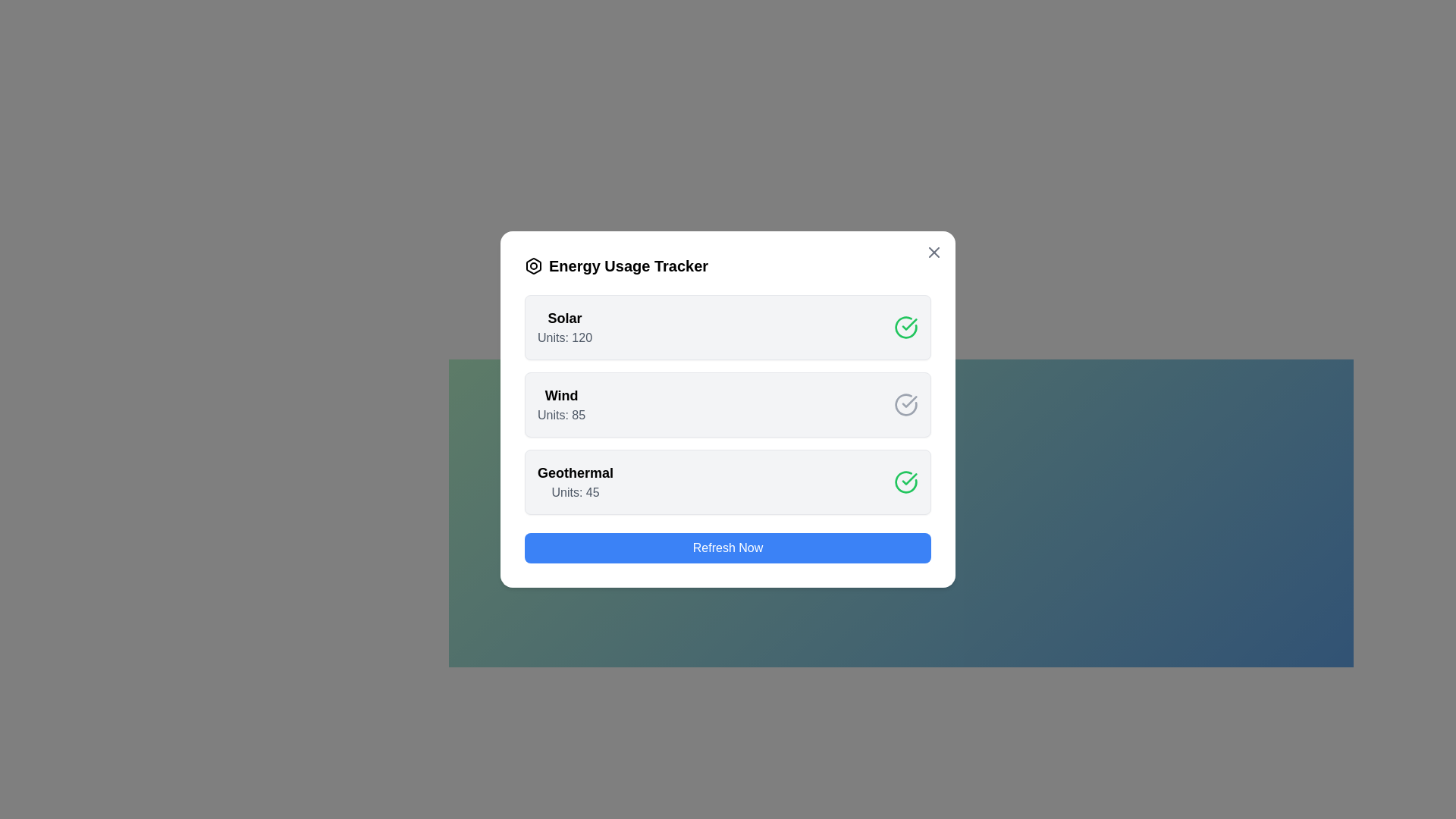 The width and height of the screenshot is (1456, 819). Describe the element at coordinates (563, 327) in the screenshot. I see `the text display element that shows energy usage statistics for 'Solar', which indicates 'Units: 120'` at that location.